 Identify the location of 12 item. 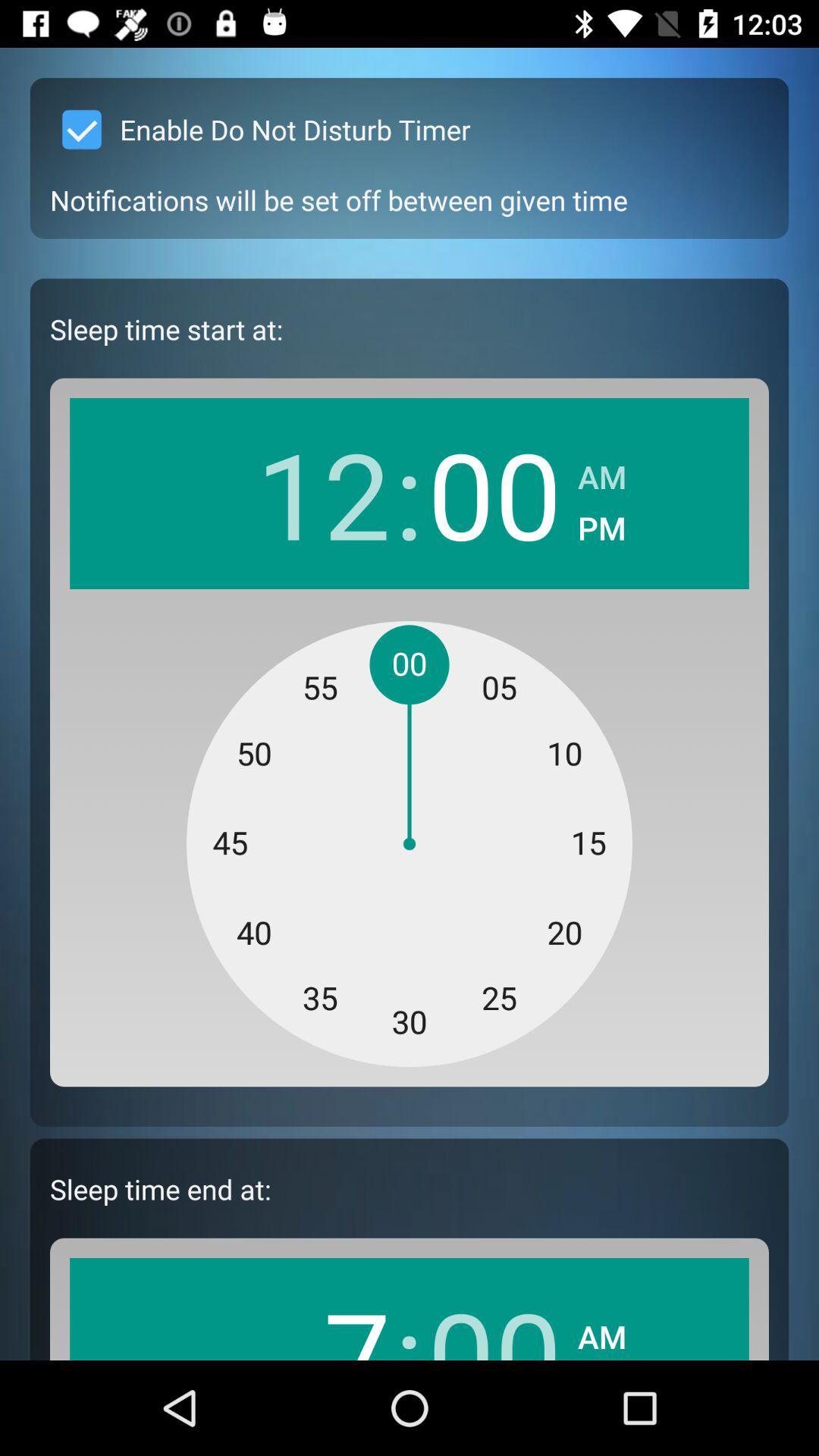
(322, 493).